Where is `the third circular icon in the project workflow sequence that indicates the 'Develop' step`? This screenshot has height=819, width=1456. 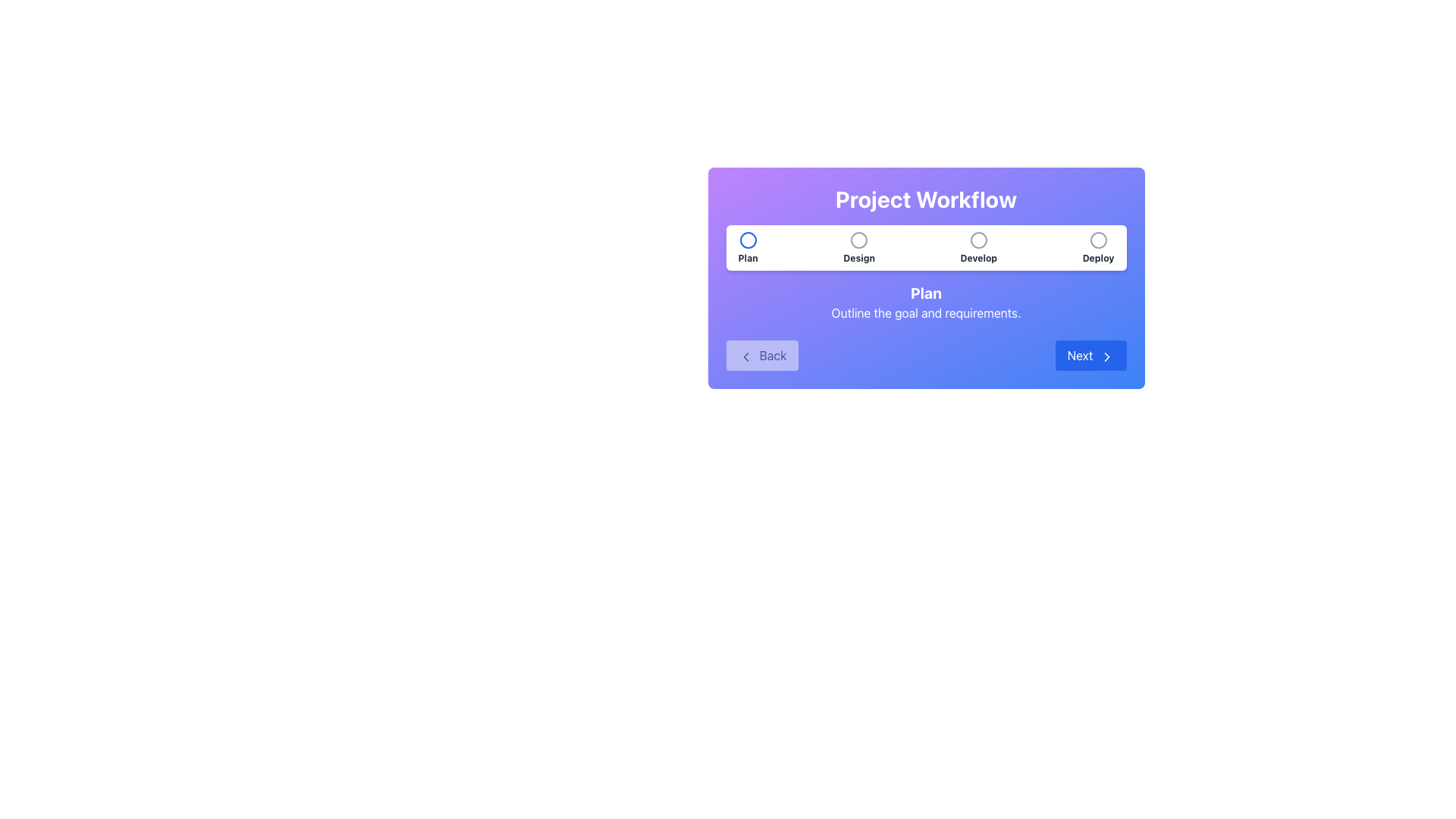
the third circular icon in the project workflow sequence that indicates the 'Develop' step is located at coordinates (978, 239).